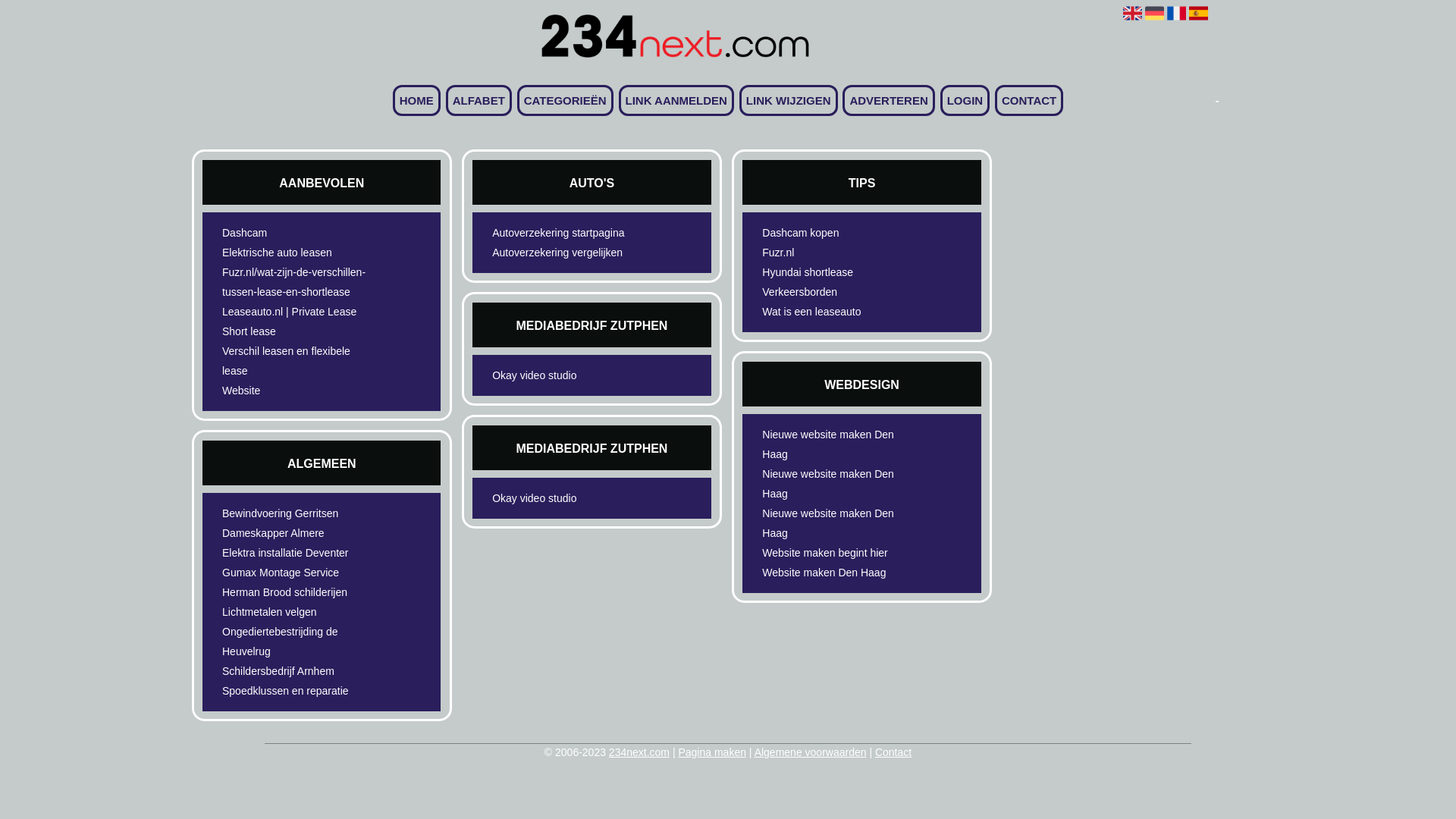  Describe the element at coordinates (295, 573) in the screenshot. I see `'Gumax Montage Service'` at that location.